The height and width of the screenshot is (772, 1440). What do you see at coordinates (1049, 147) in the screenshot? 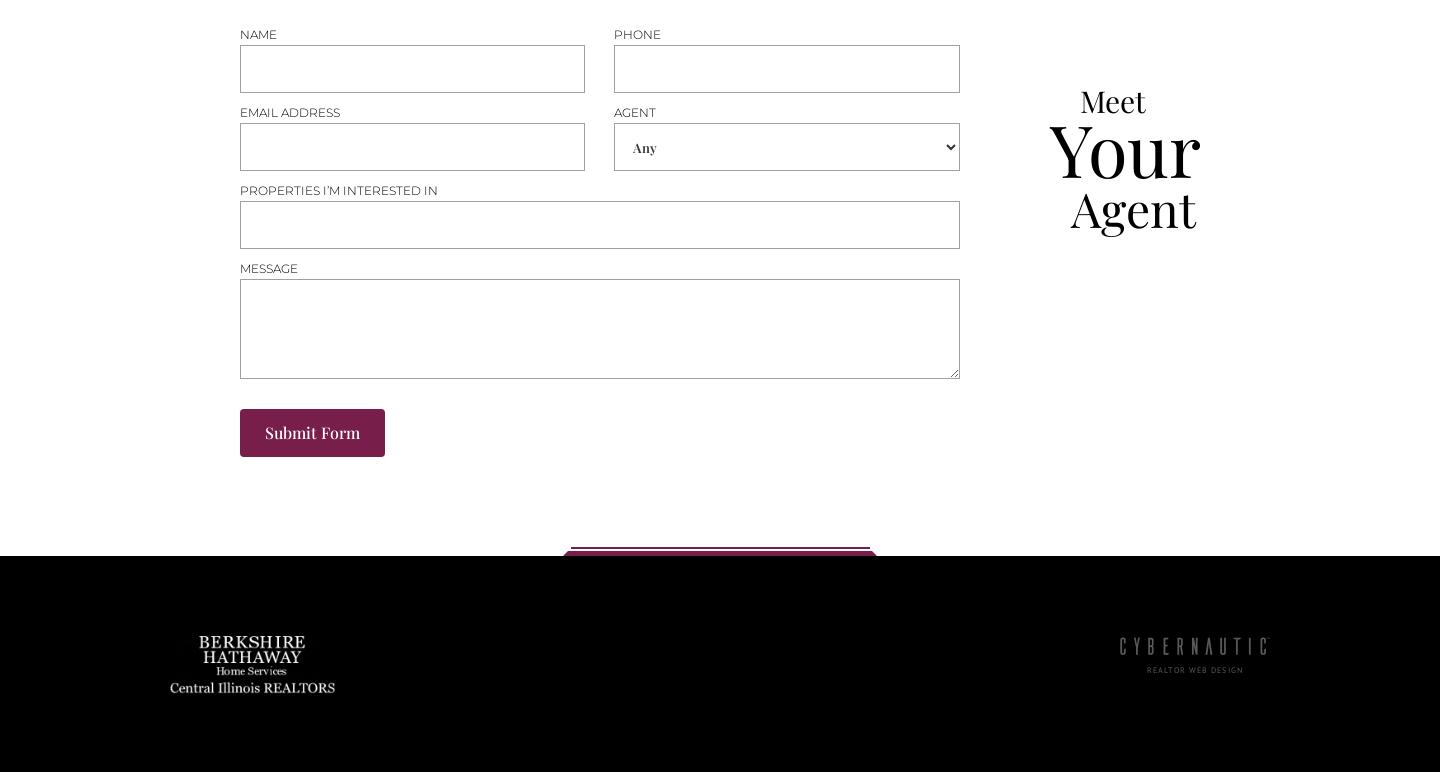
I see `'Your'` at bounding box center [1049, 147].